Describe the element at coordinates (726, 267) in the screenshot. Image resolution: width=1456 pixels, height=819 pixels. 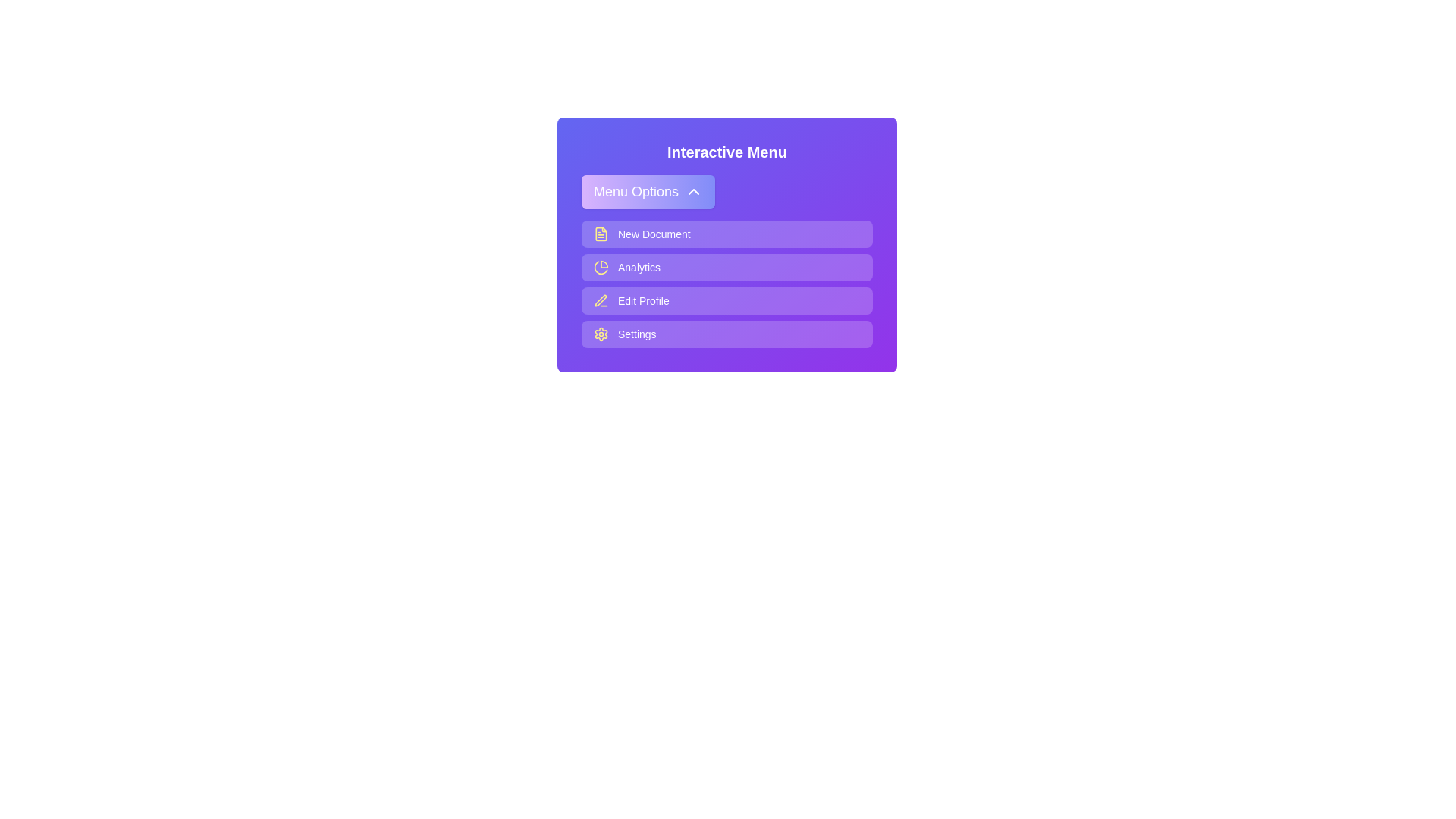
I see `the navigation button that directs to the Analytics section, located below the 'New Document' button and above the 'Edit Profile' button in the Menu Options` at that location.